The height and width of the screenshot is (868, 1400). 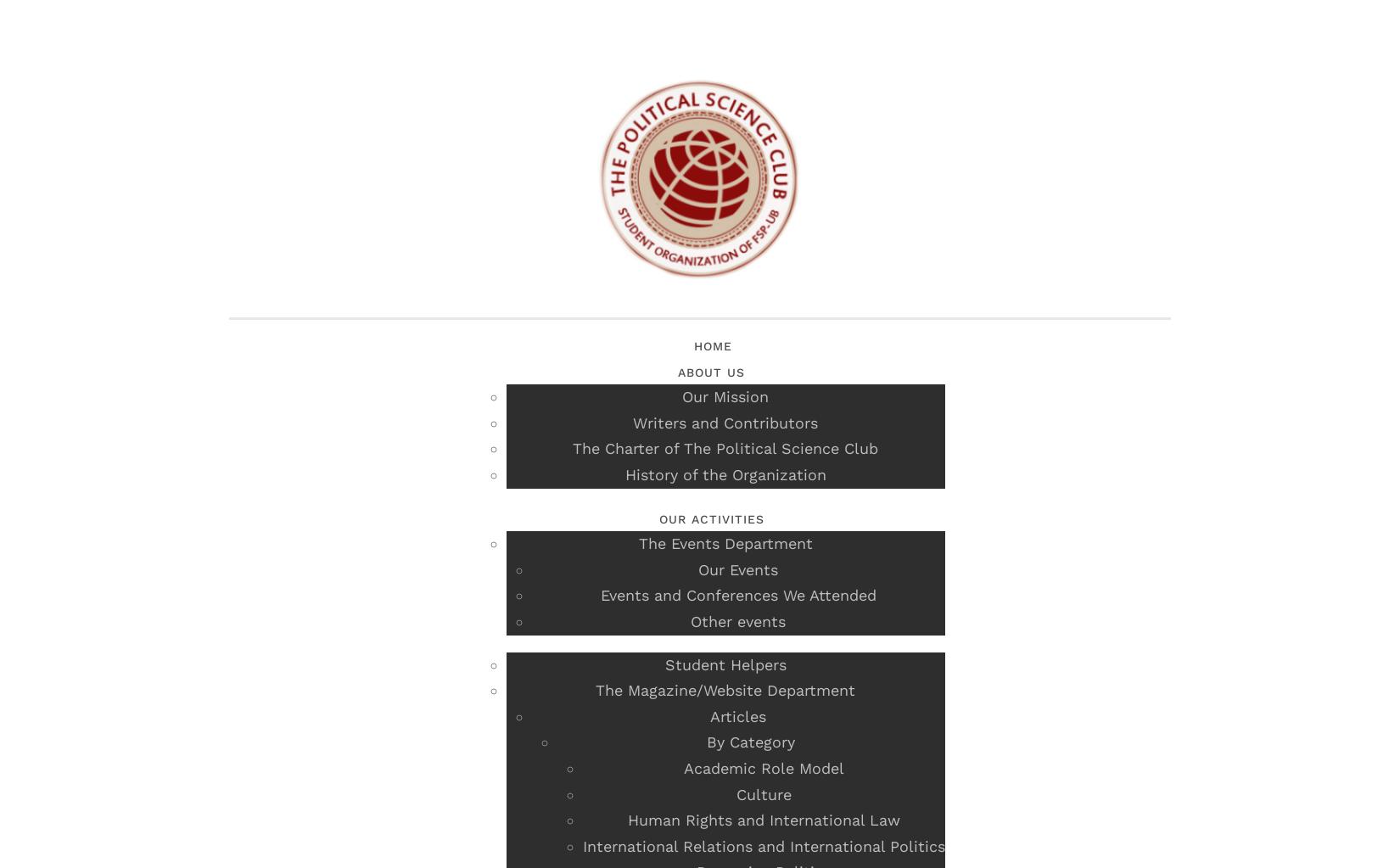 What do you see at coordinates (712, 345) in the screenshot?
I see `'Home'` at bounding box center [712, 345].